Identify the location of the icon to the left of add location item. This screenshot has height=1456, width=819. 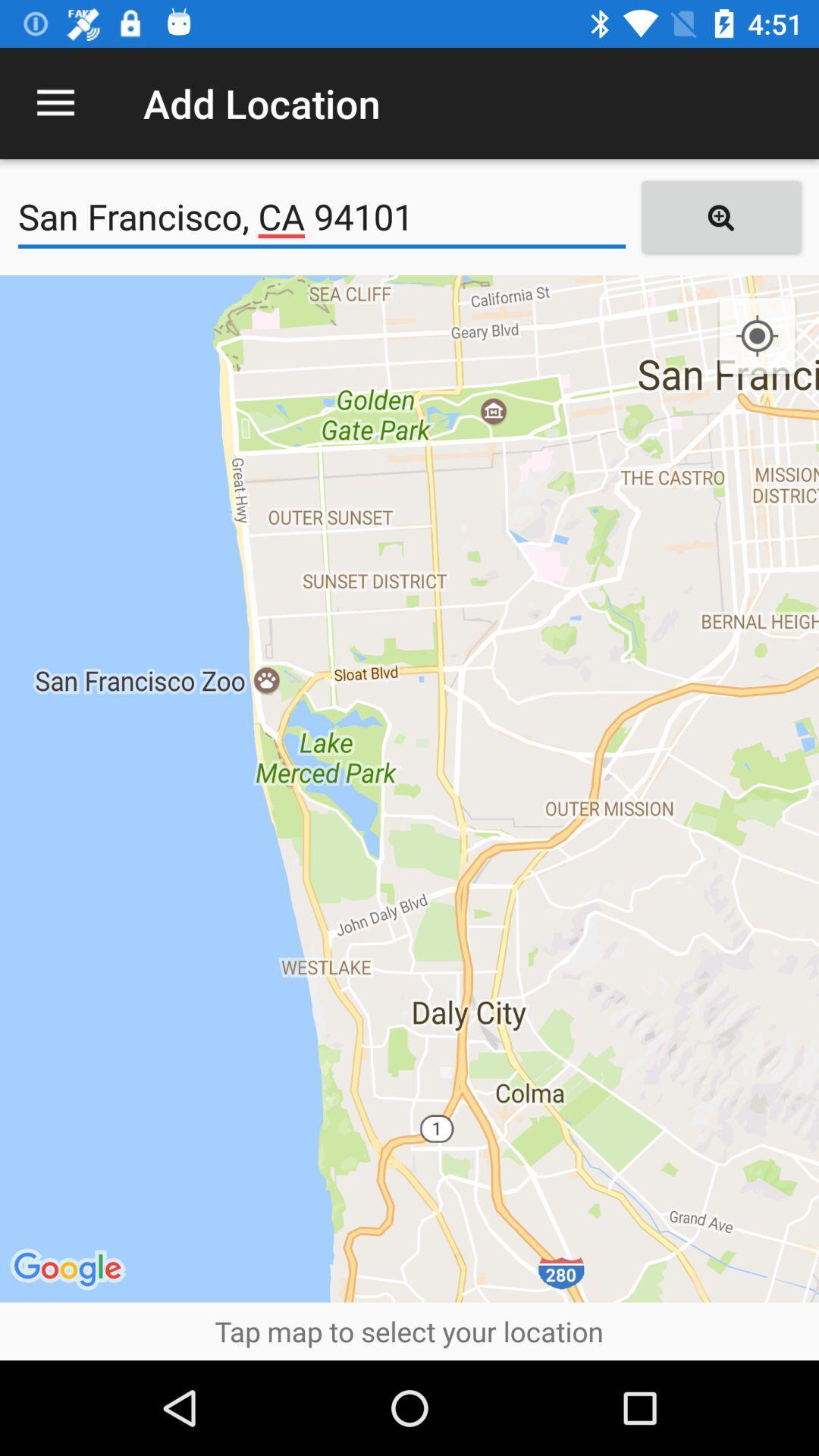
(55, 102).